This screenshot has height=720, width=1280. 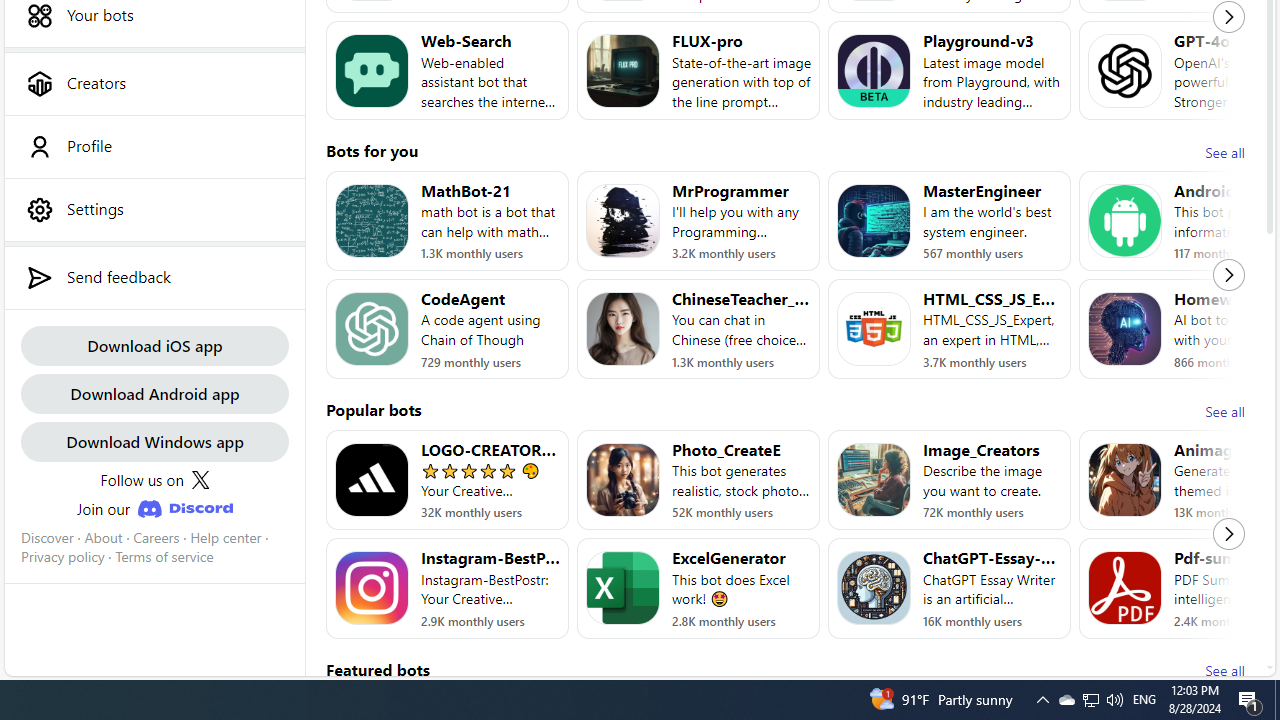 I want to click on 'Bot image for MrProgrammer', so click(x=622, y=220).